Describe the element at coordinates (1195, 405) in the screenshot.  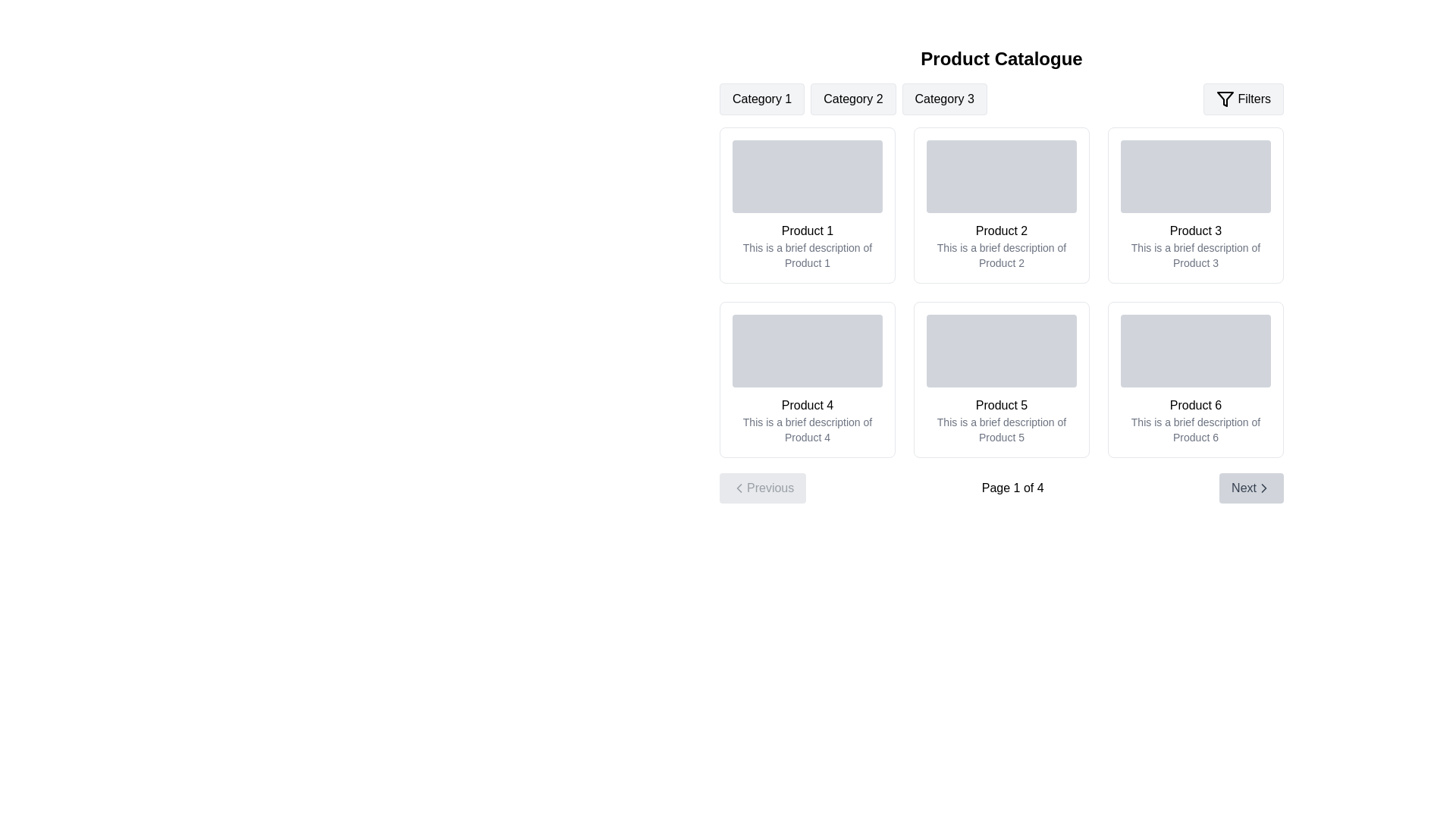
I see `the text block that reads 'Product 6', which is styled with medium font weight and centered alignment, located in the bottom right corner of a 3x2 grid layout, directly below a gray placeholder image` at that location.